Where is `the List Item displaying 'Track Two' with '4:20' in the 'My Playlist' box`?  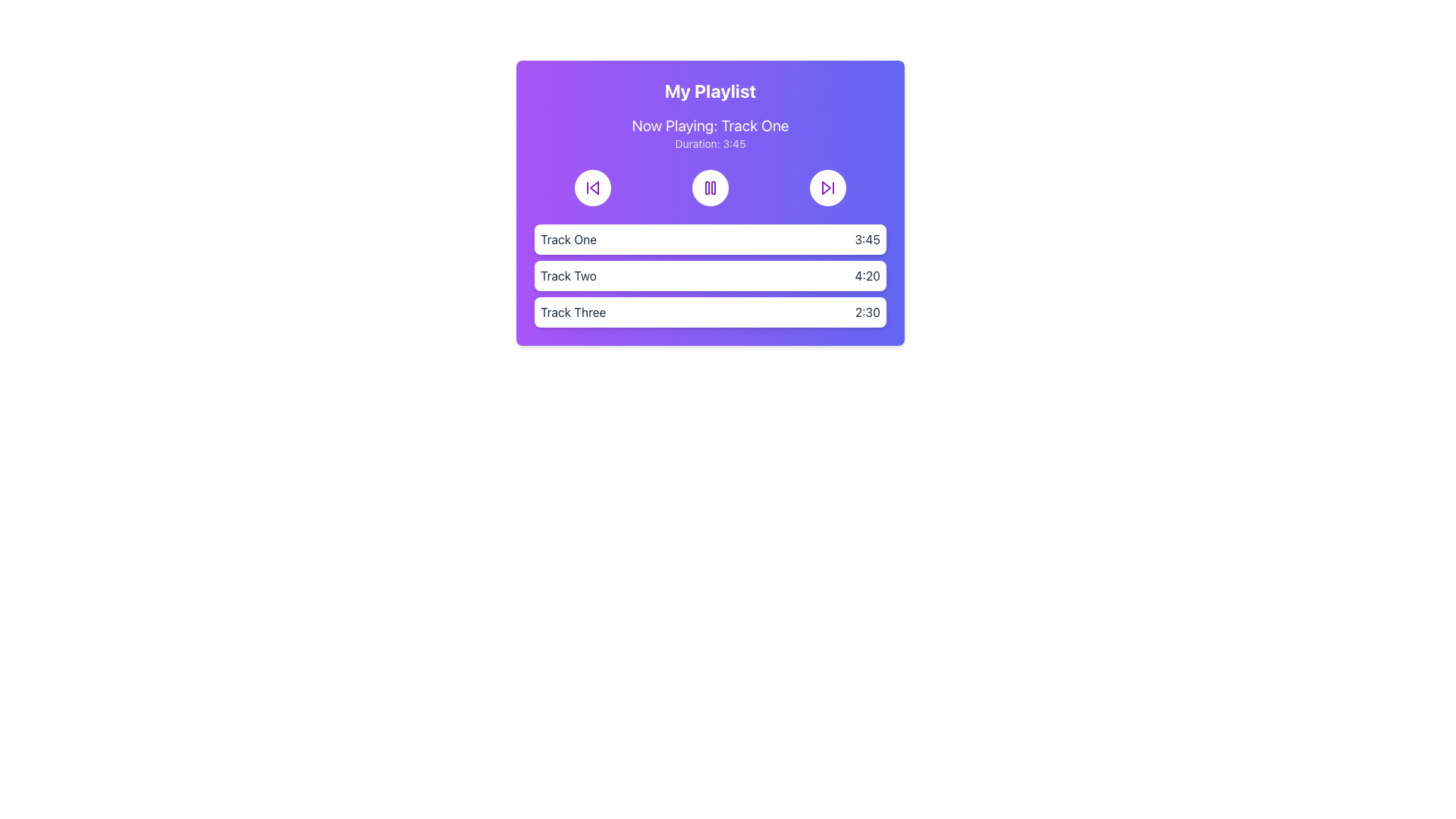
the List Item displaying 'Track Two' with '4:20' in the 'My Playlist' box is located at coordinates (709, 275).